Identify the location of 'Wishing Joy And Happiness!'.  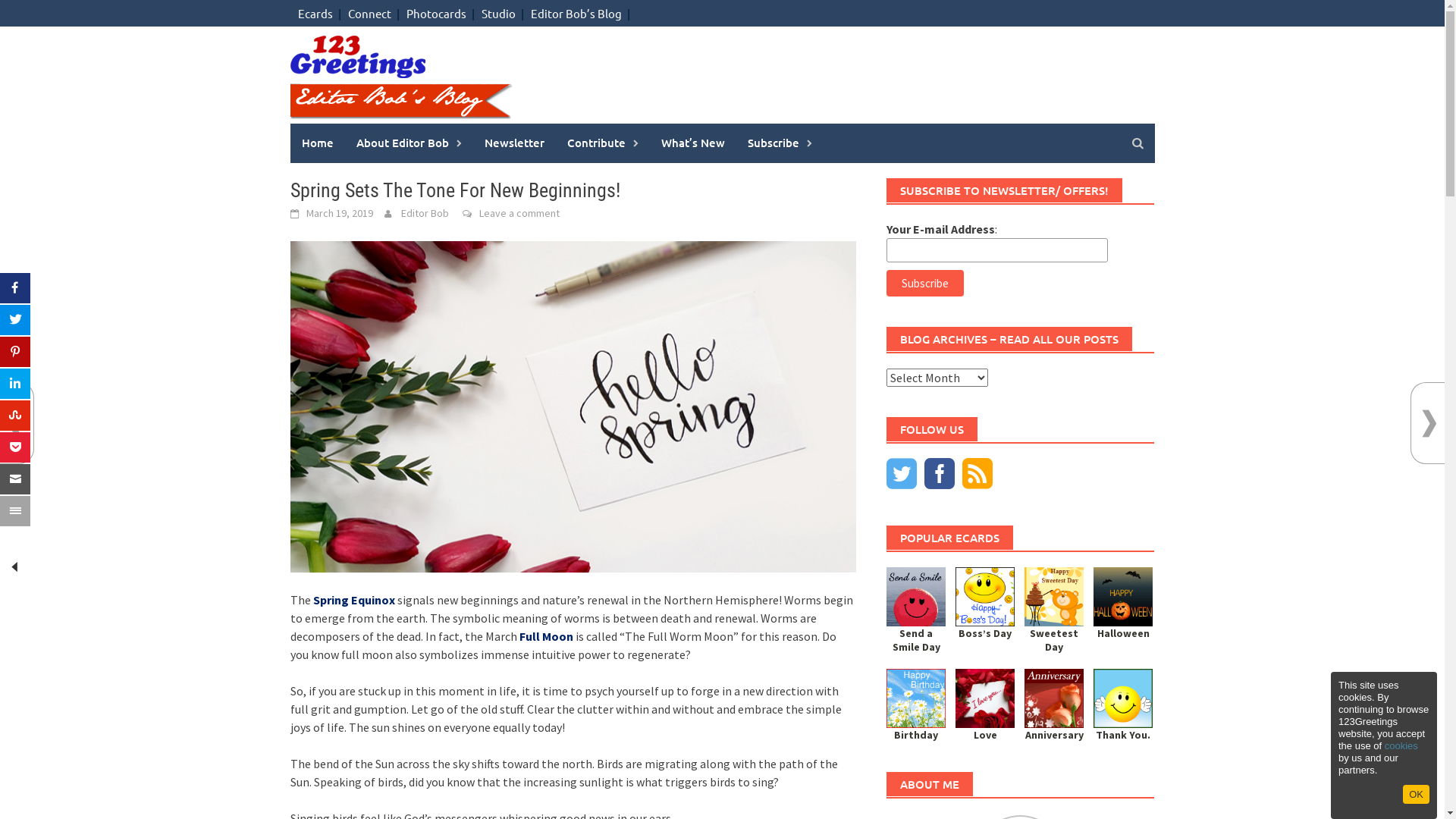
(1053, 698).